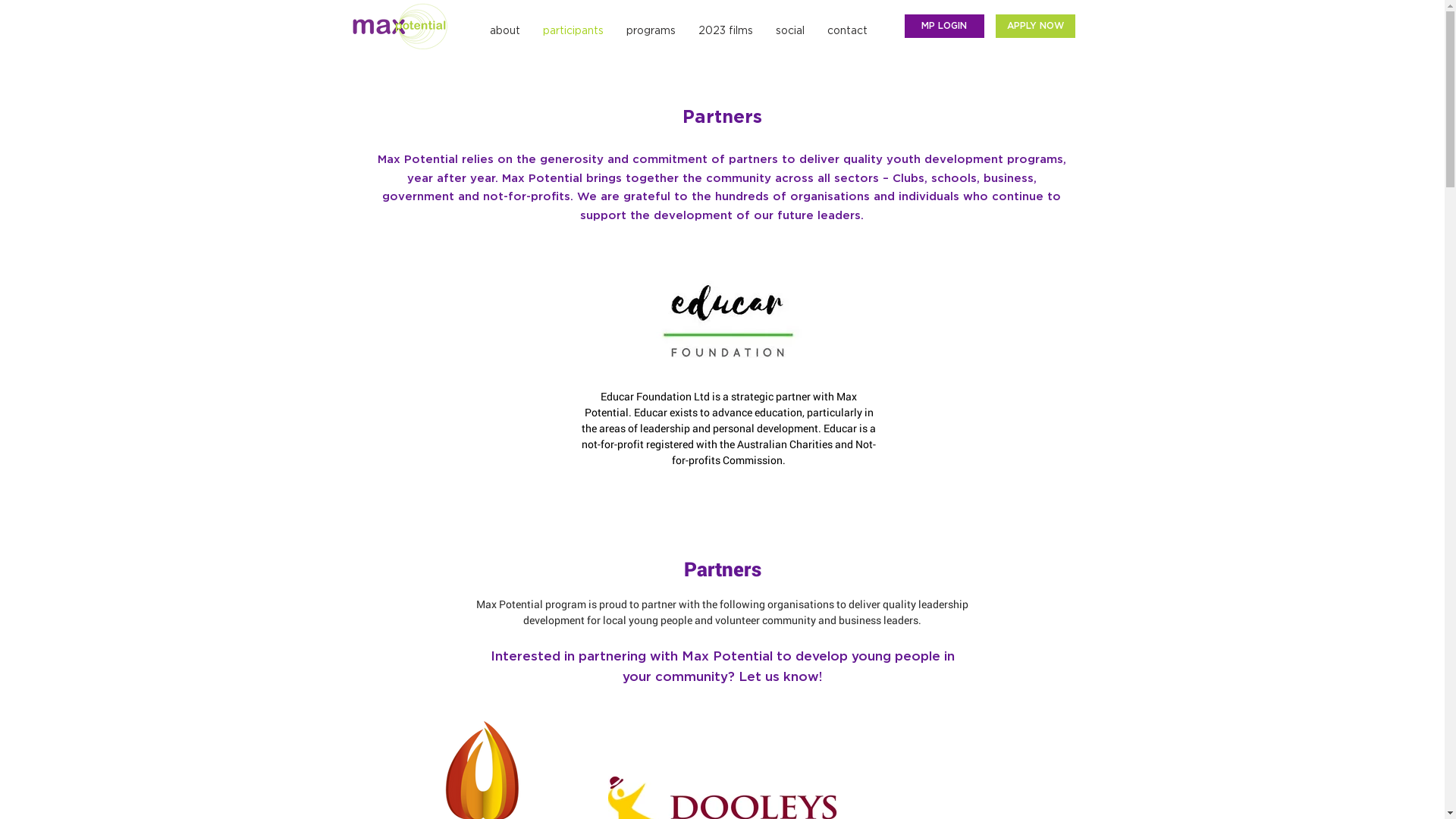 The image size is (1456, 819). What do you see at coordinates (504, 31) in the screenshot?
I see `'about'` at bounding box center [504, 31].